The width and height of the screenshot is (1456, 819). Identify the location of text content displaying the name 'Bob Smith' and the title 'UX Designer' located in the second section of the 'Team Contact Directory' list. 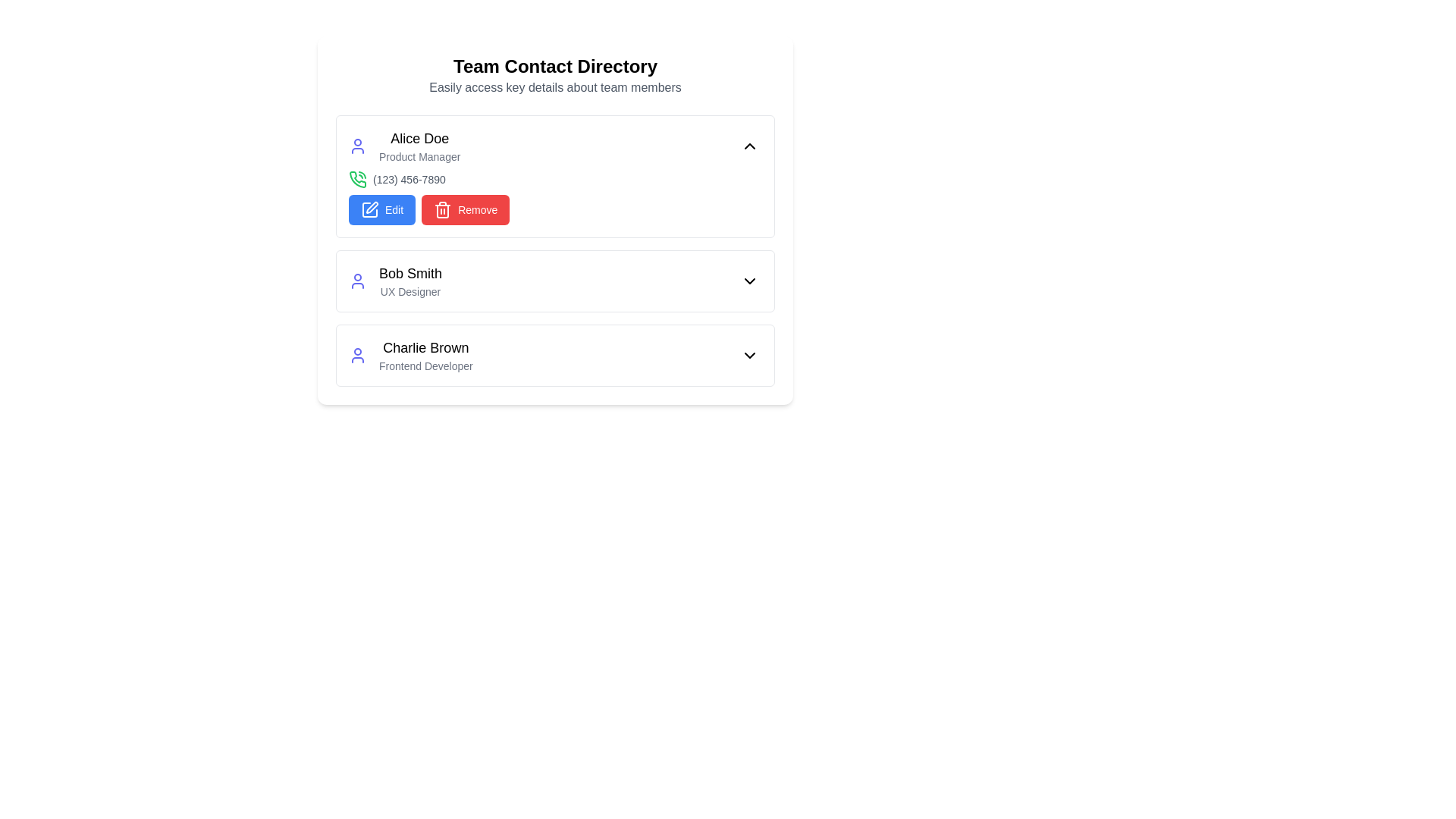
(410, 281).